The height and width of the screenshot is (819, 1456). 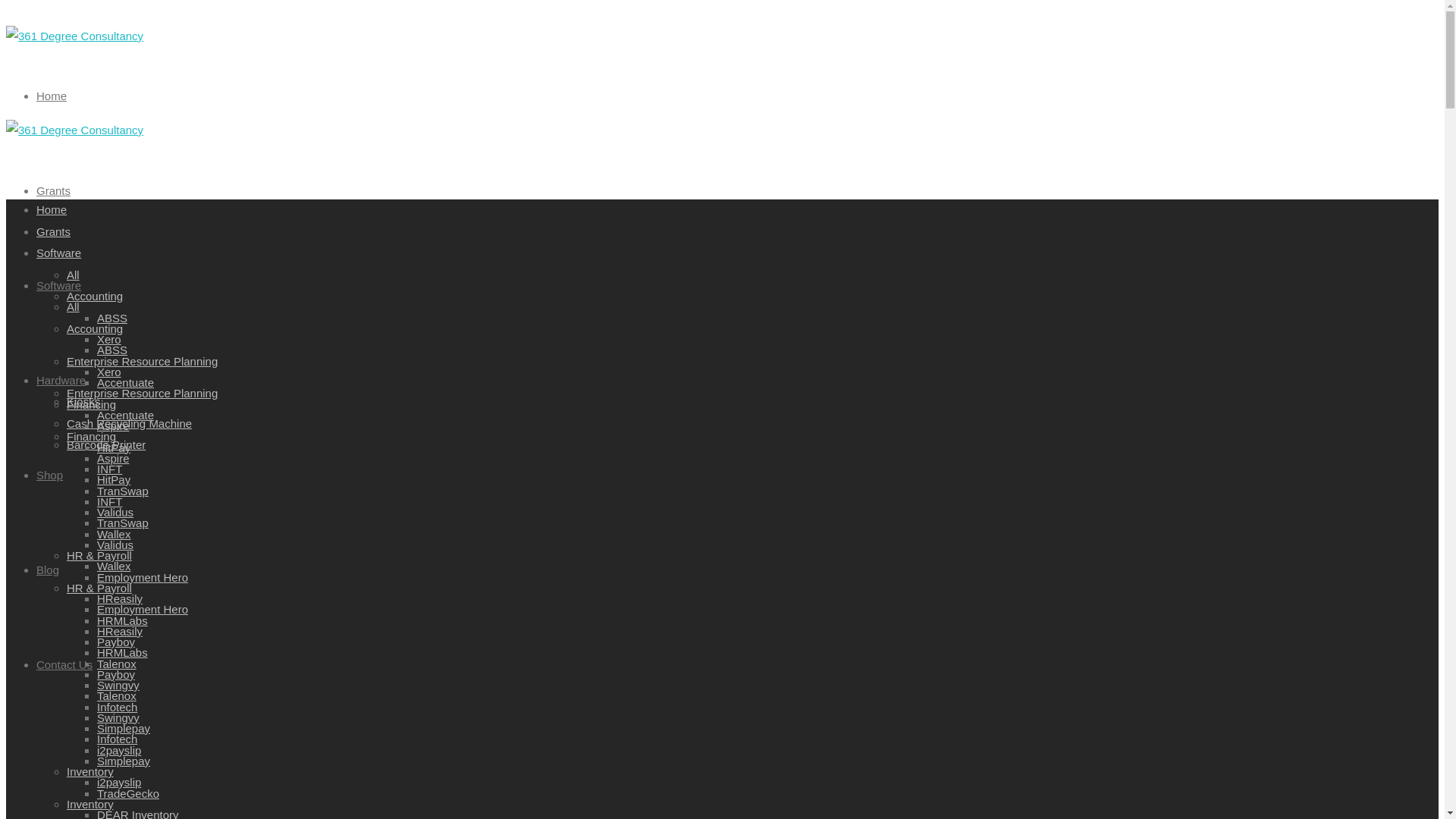 What do you see at coordinates (142, 392) in the screenshot?
I see `'Enterprise Resource Planning'` at bounding box center [142, 392].